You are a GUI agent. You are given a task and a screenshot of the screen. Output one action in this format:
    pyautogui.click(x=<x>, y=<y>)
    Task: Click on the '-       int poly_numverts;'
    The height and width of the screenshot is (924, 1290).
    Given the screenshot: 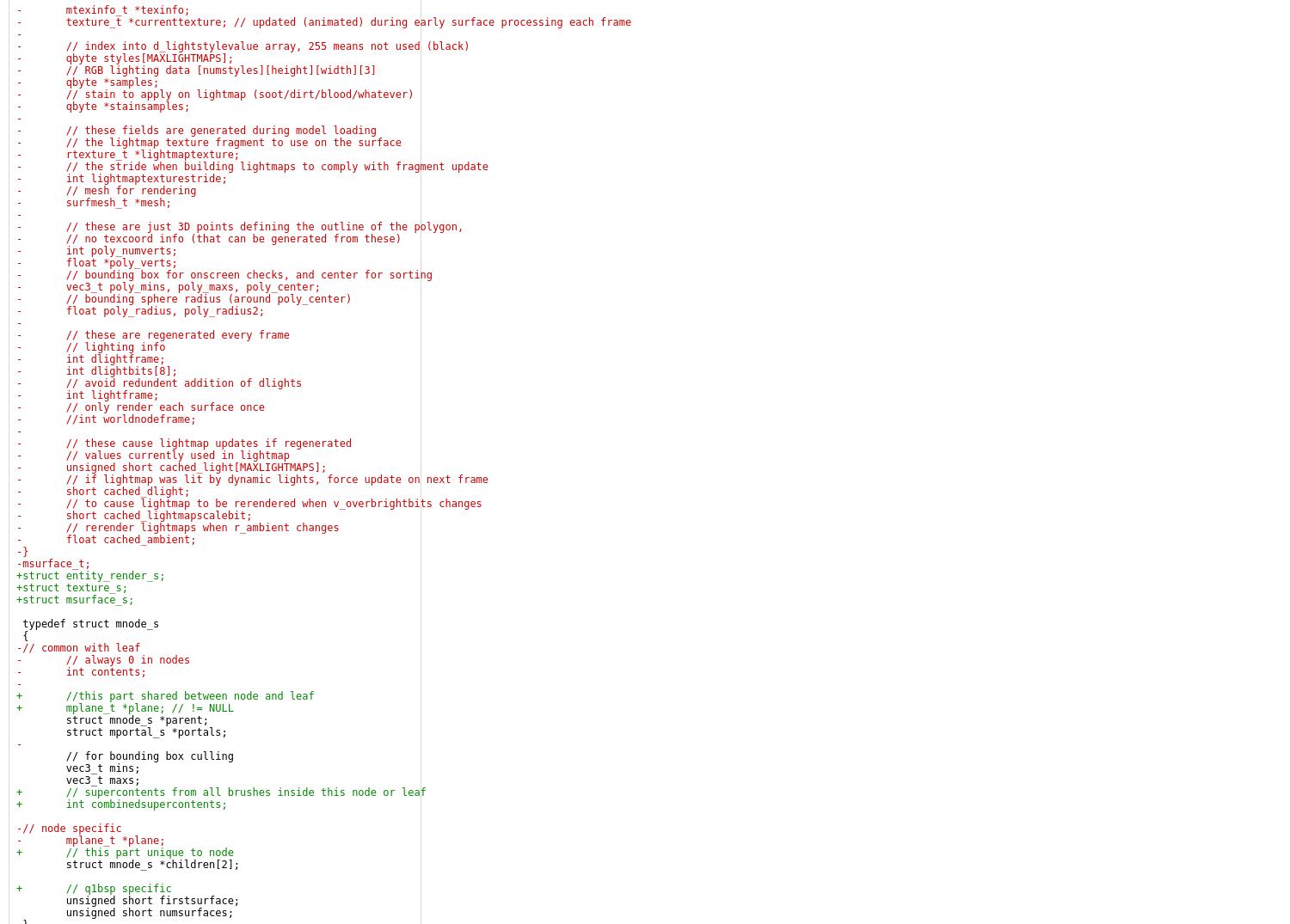 What is the action you would take?
    pyautogui.click(x=95, y=250)
    